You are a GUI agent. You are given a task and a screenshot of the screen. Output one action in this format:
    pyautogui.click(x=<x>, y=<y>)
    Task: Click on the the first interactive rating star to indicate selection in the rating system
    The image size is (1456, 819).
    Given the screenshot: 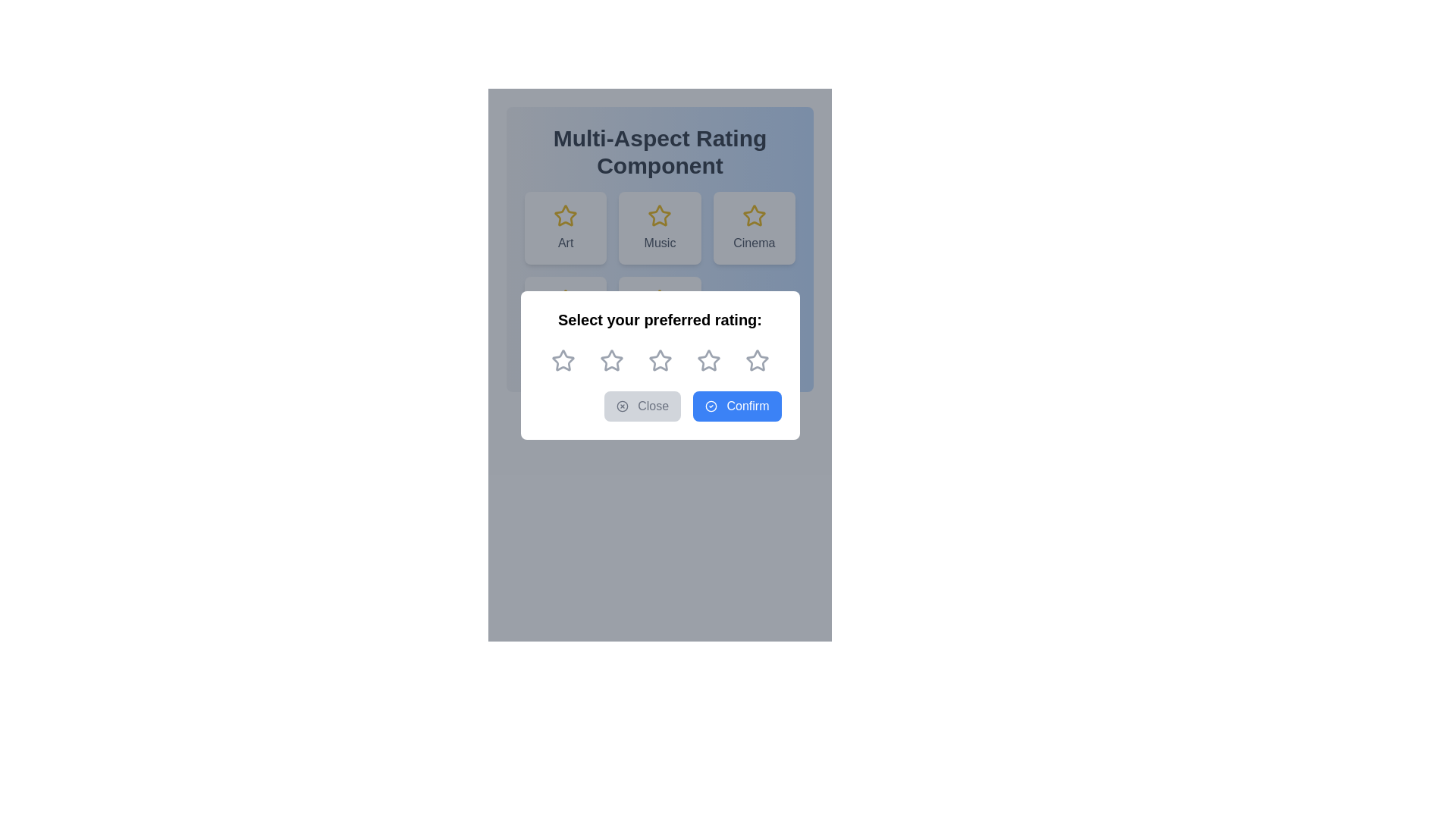 What is the action you would take?
    pyautogui.click(x=562, y=360)
    